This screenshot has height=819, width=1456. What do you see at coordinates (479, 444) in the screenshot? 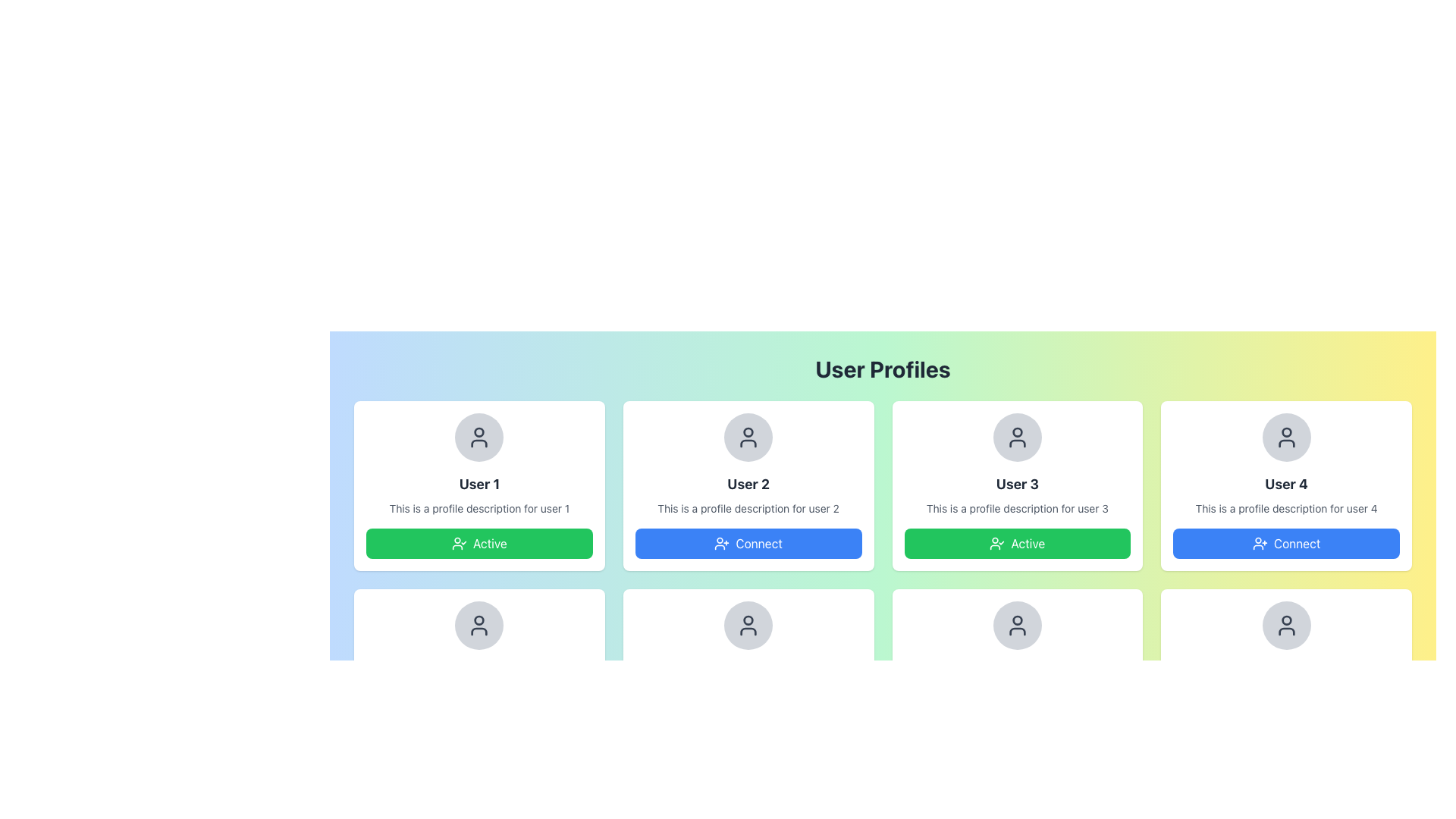
I see `the semicircular graphical icon located at the bottom of the User 1 profile card's avatar icon` at bounding box center [479, 444].